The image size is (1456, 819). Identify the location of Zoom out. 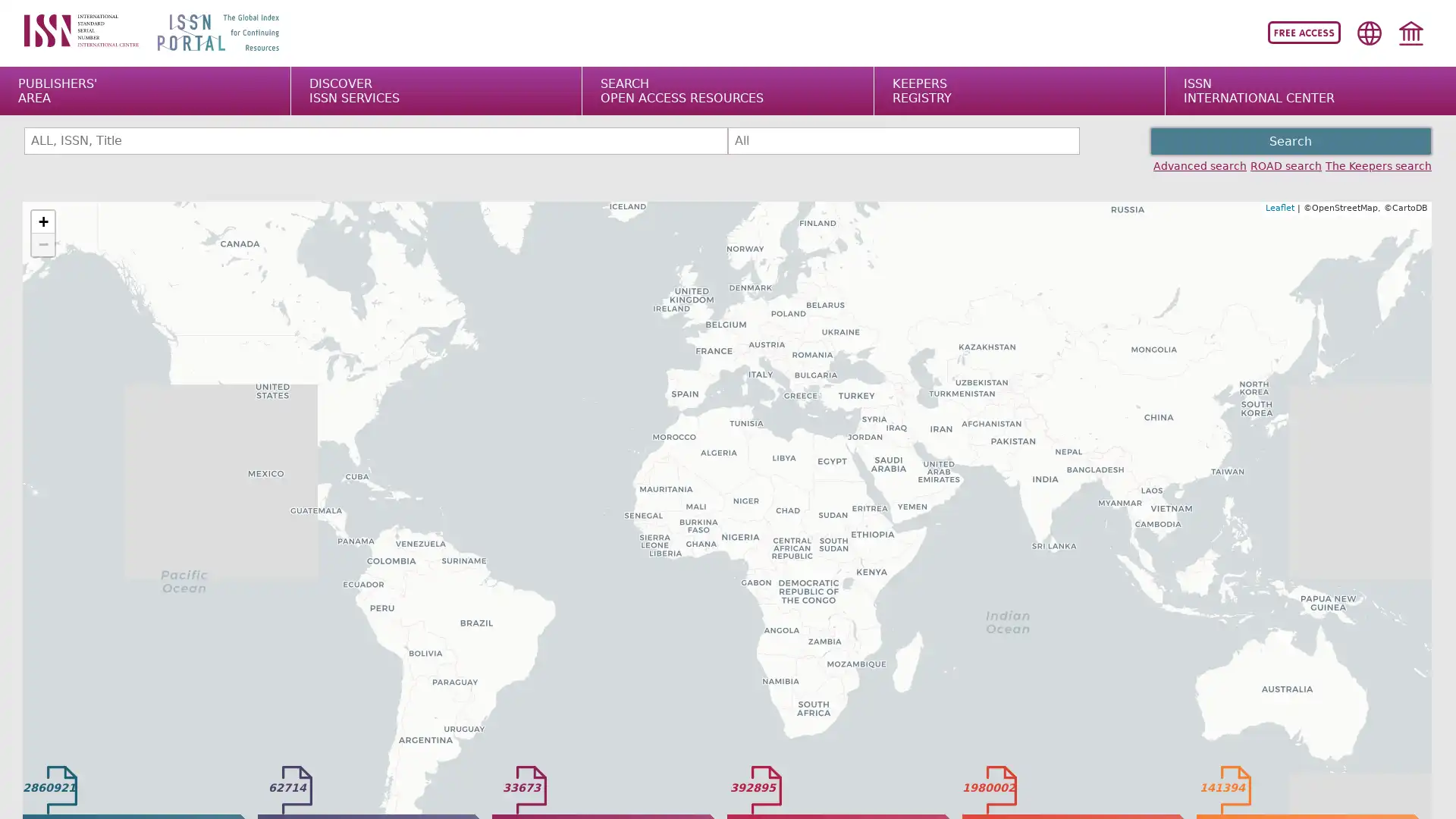
(43, 244).